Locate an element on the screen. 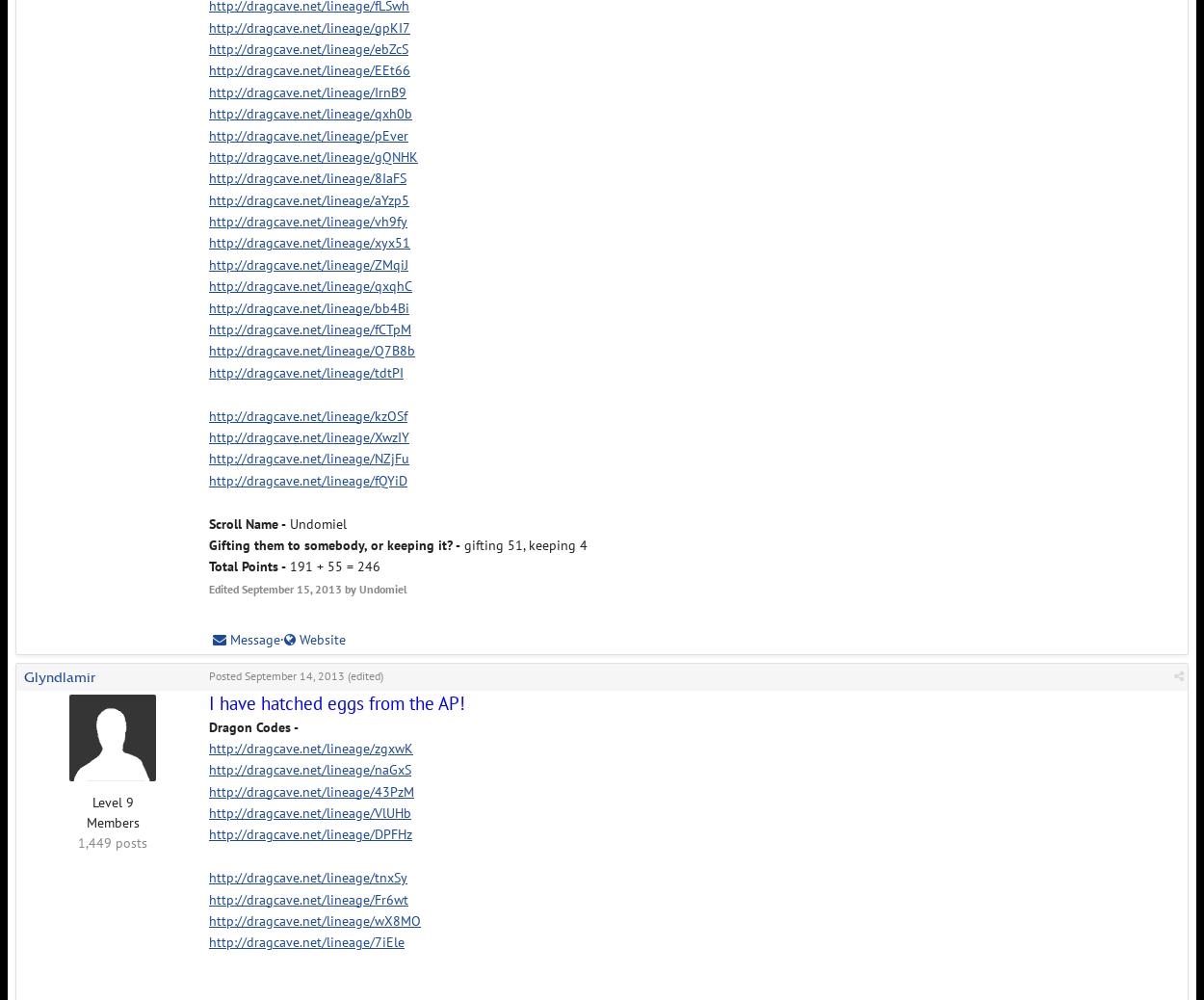 This screenshot has height=1000, width=1204. 'by Undomiel' is located at coordinates (374, 587).